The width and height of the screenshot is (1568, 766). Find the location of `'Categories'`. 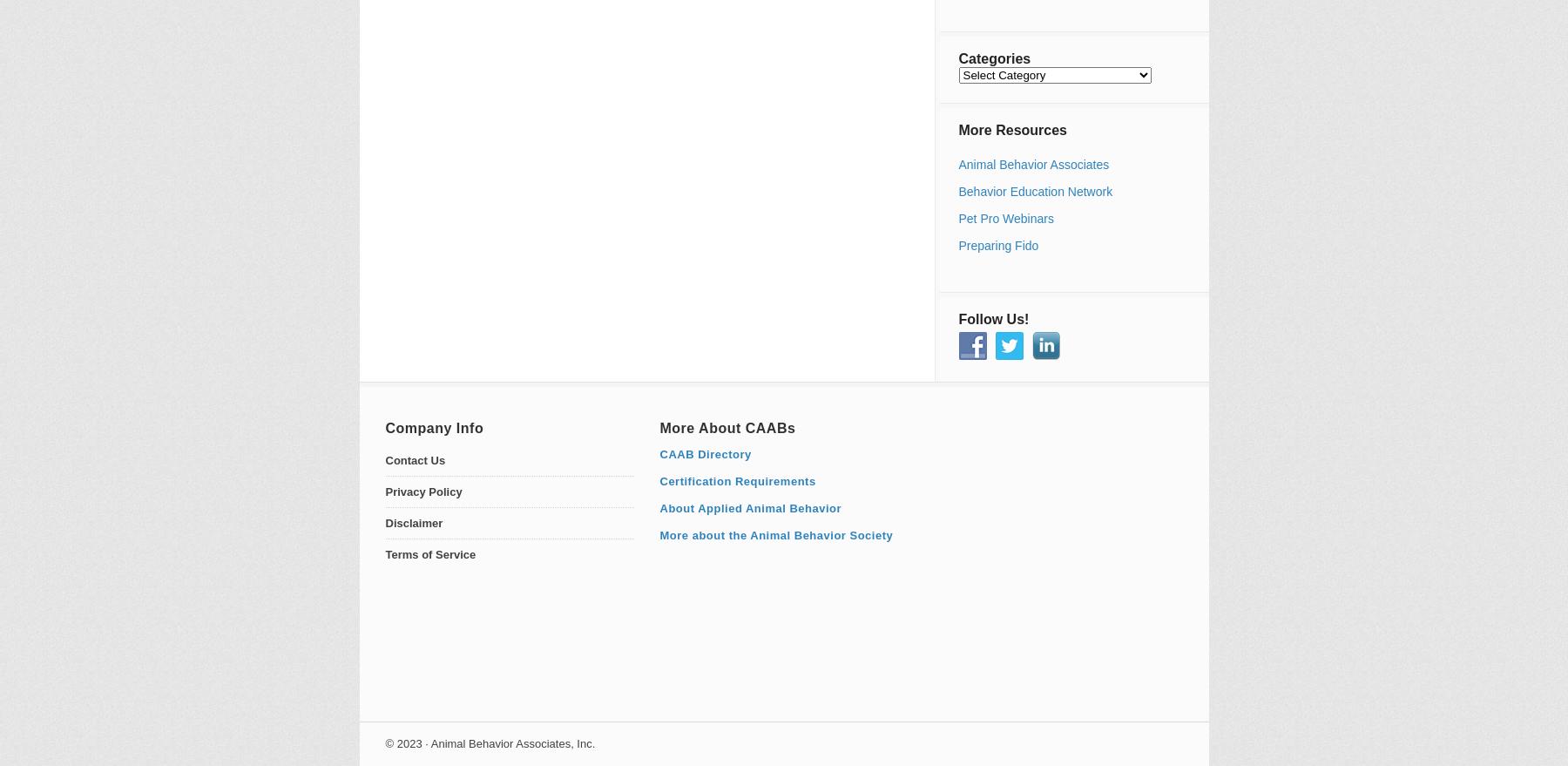

'Categories' is located at coordinates (993, 58).